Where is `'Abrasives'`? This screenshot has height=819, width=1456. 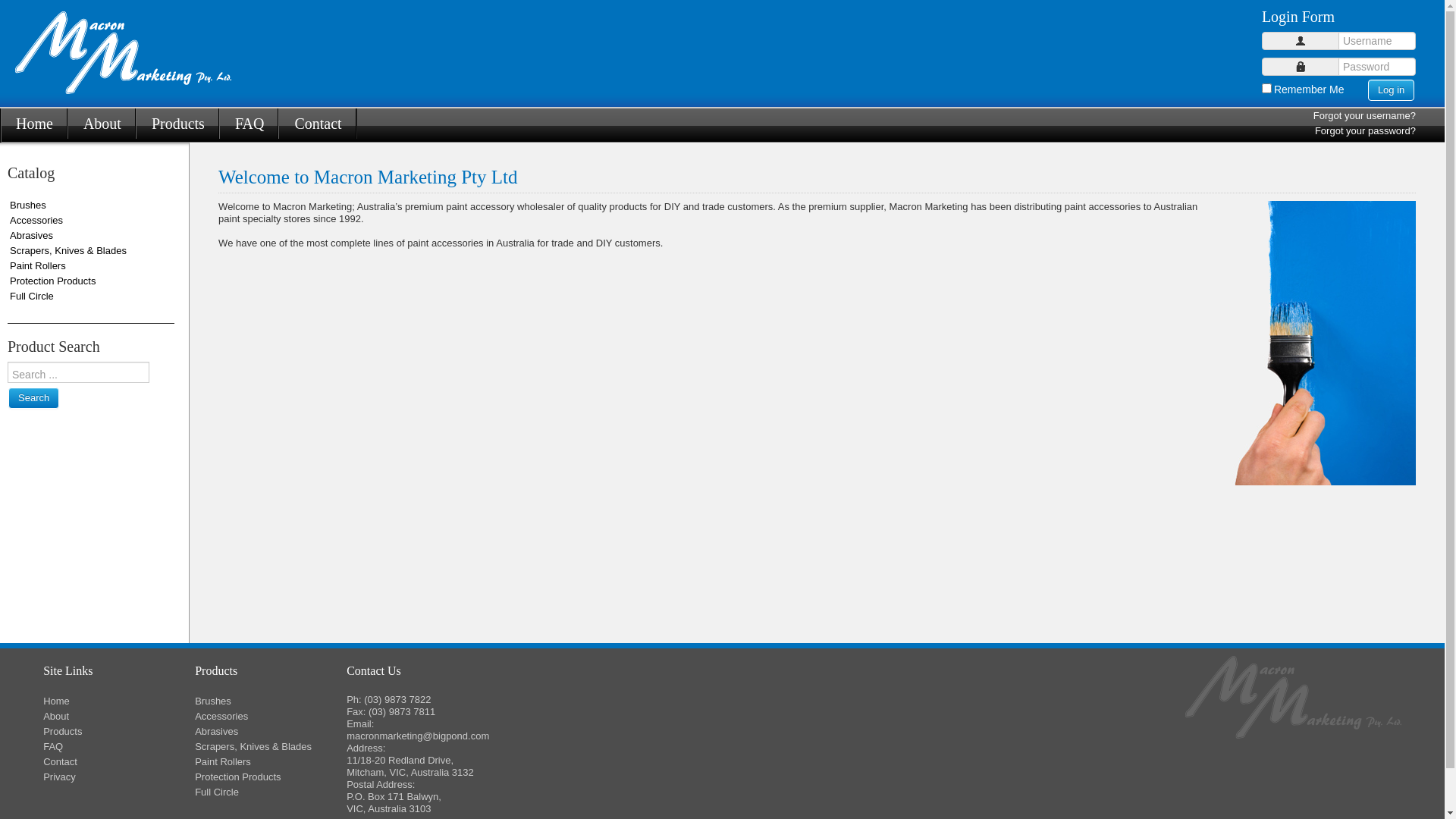
'Abrasives' is located at coordinates (194, 730).